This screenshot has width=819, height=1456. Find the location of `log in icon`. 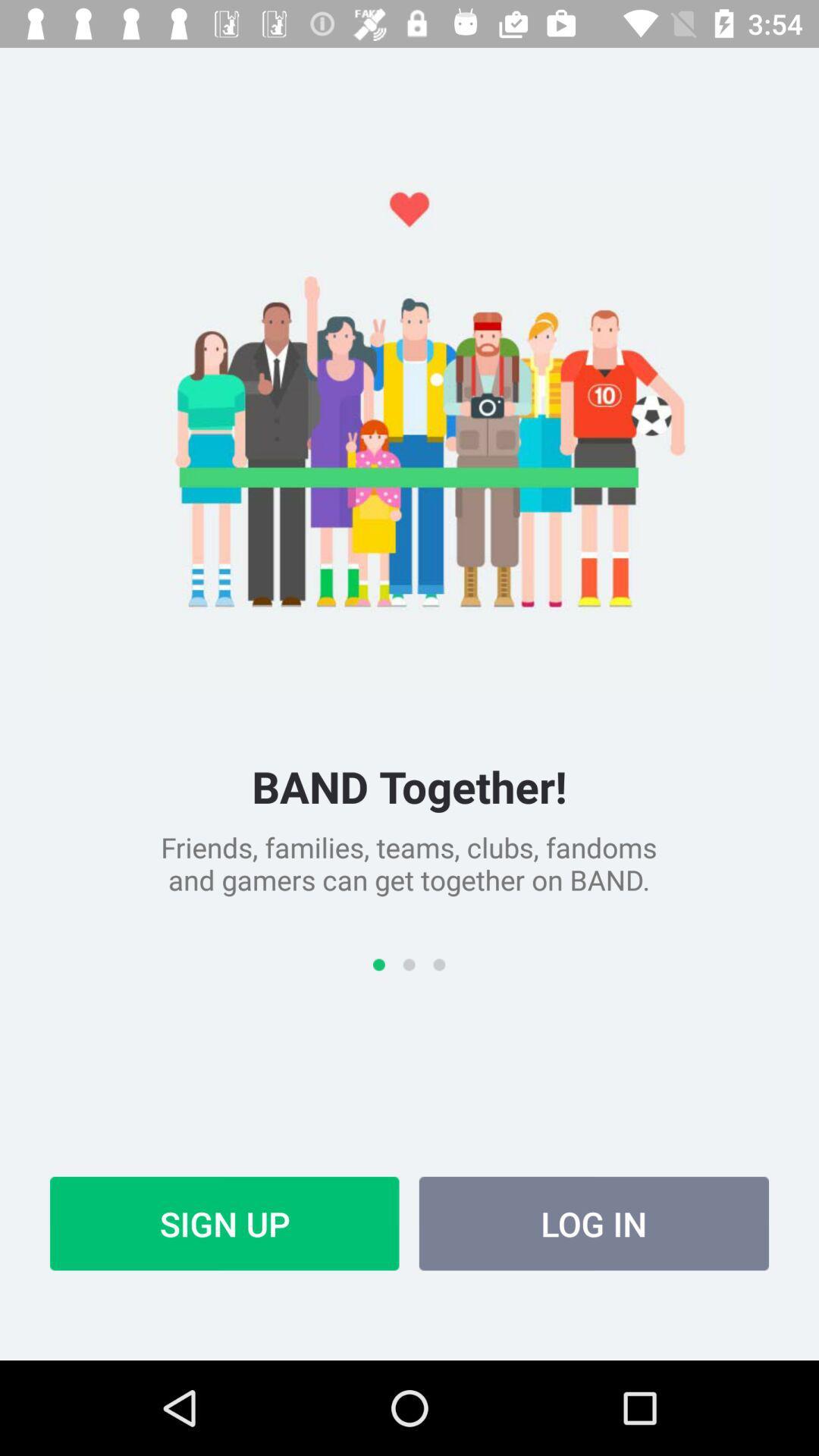

log in icon is located at coordinates (593, 1223).